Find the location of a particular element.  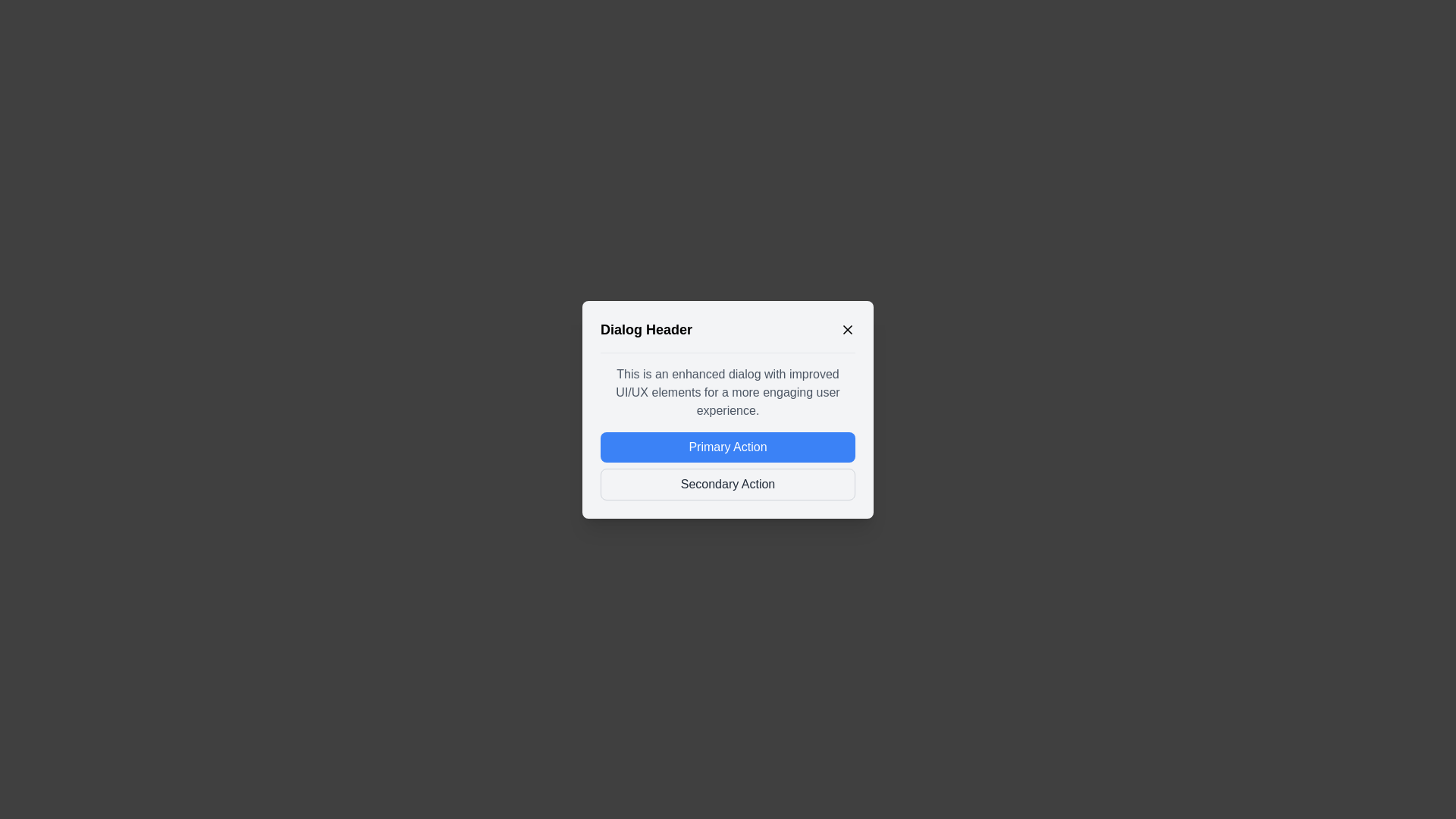

the close button to close the dialog is located at coordinates (847, 328).